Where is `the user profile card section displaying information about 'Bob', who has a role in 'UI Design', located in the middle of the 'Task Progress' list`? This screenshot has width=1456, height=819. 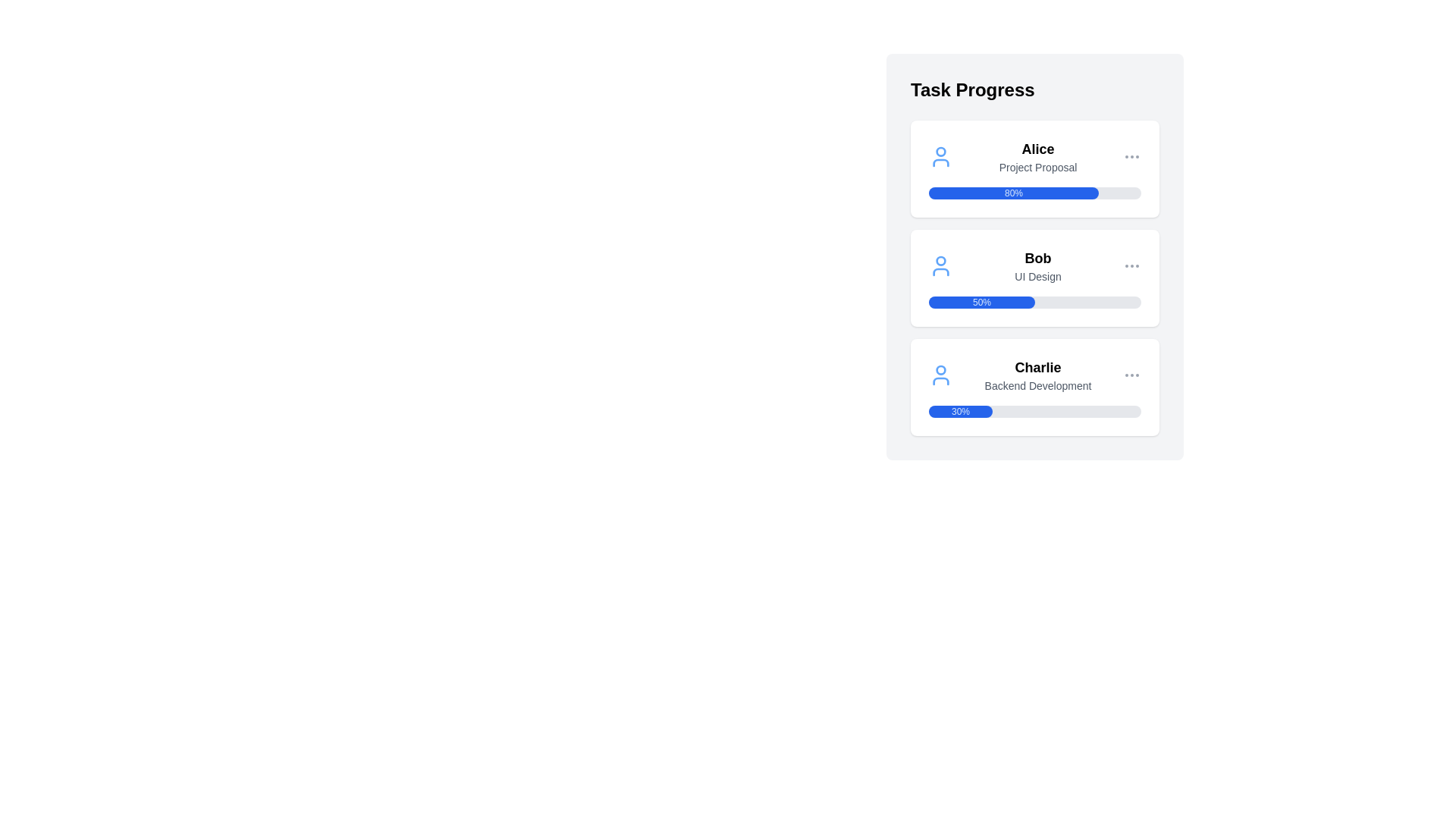
the user profile card section displaying information about 'Bob', who has a role in 'UI Design', located in the middle of the 'Task Progress' list is located at coordinates (1034, 265).